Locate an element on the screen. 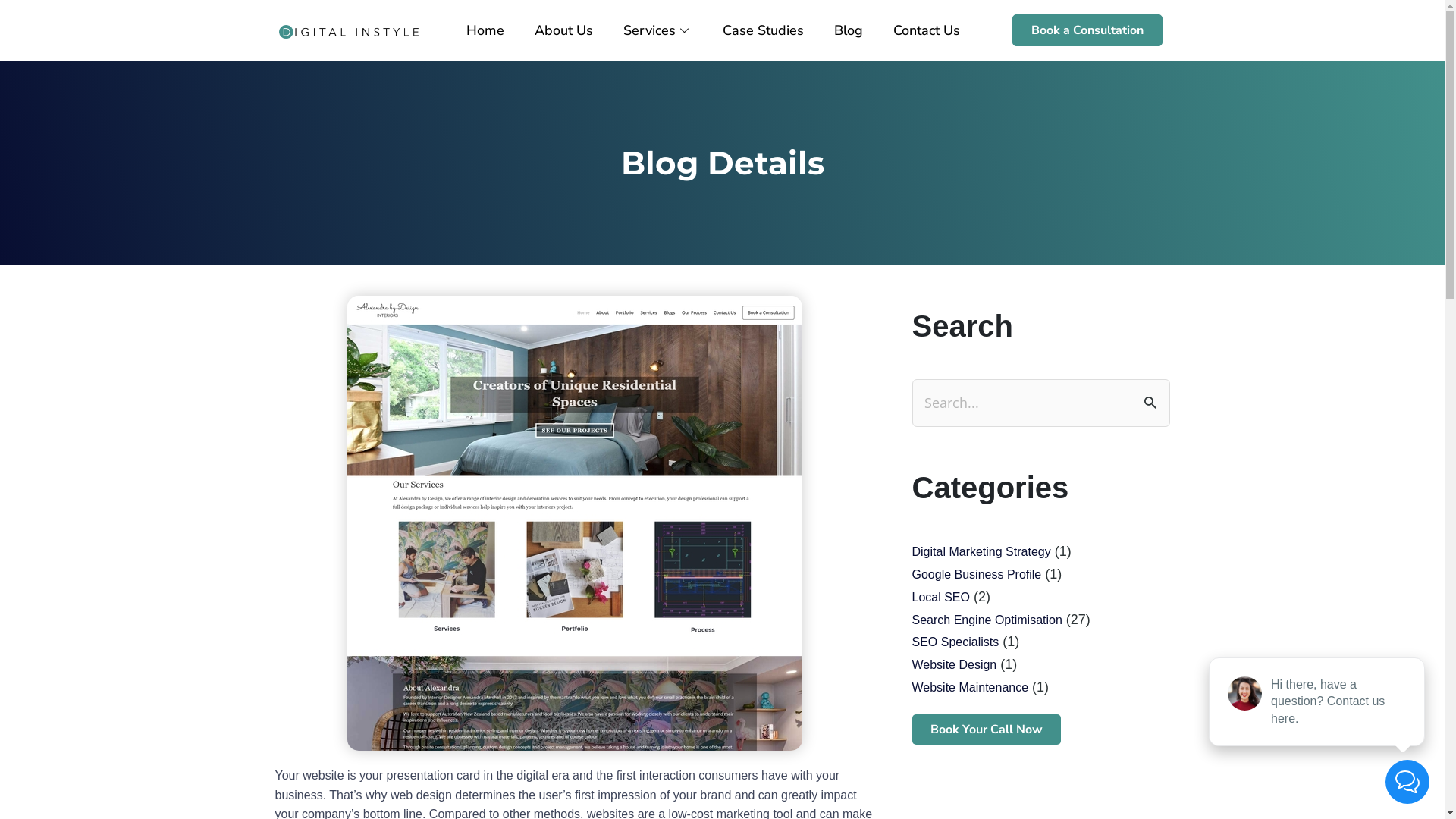 Image resolution: width=1456 pixels, height=819 pixels. 'Search' is located at coordinates (1153, 400).